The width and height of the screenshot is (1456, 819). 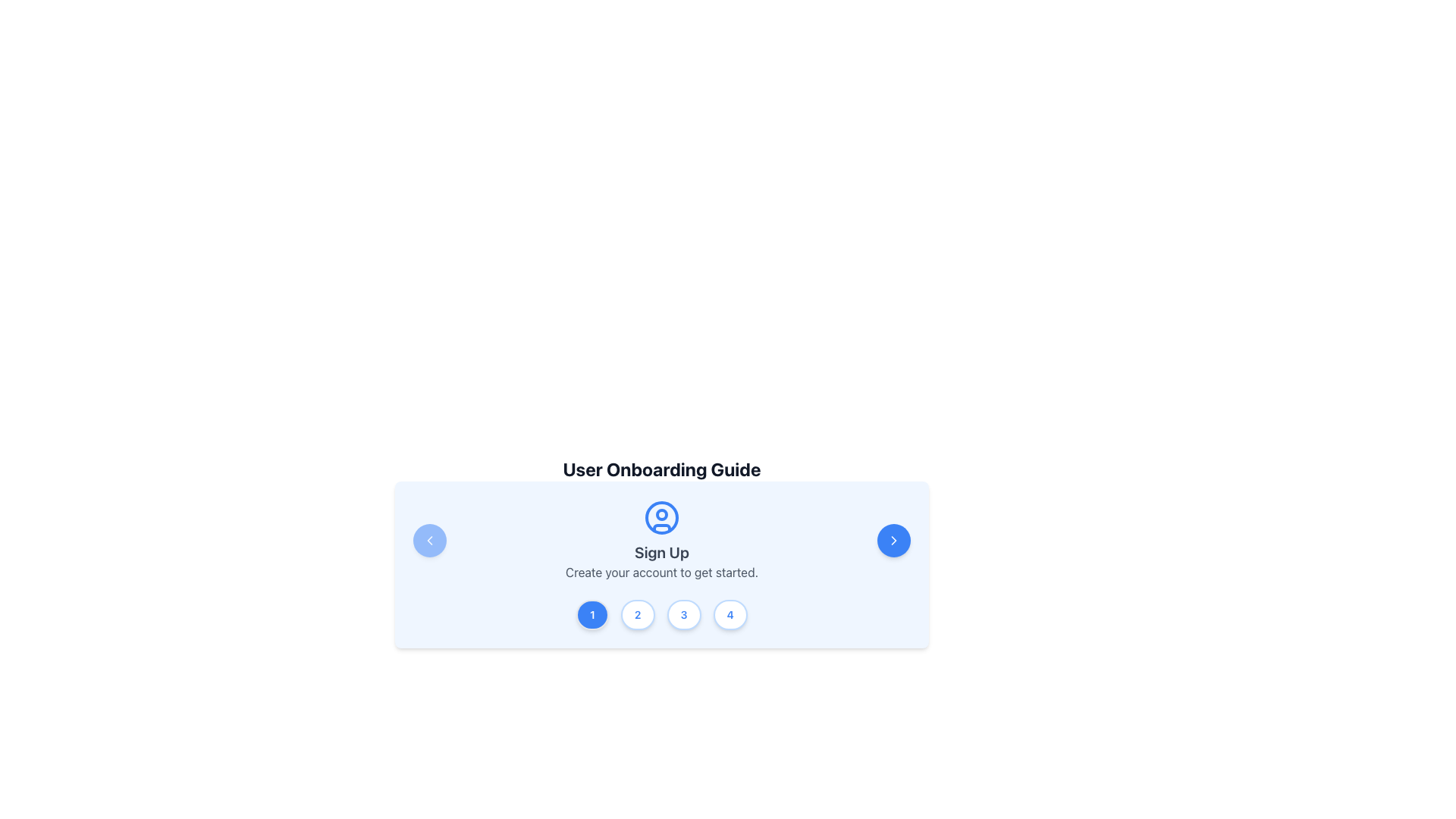 I want to click on the 'User Onboarding Guide' text label, which is a bold and prominently displayed element at the top of the onboarding steps section, so click(x=662, y=468).